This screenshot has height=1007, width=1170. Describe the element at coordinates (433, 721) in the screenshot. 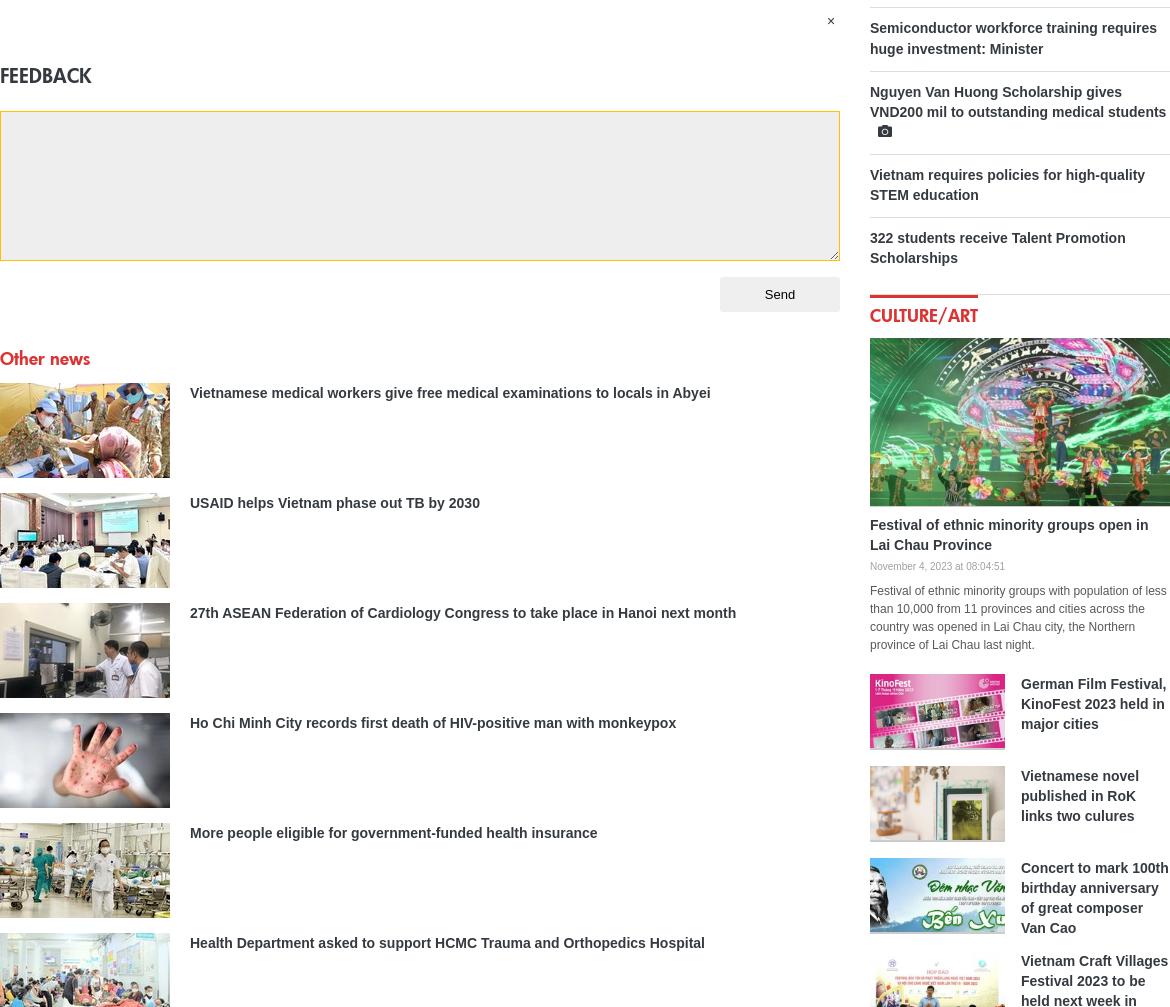

I see `'Ho Chi Minh City records first death of HIV-positive man with monkeypox'` at that location.